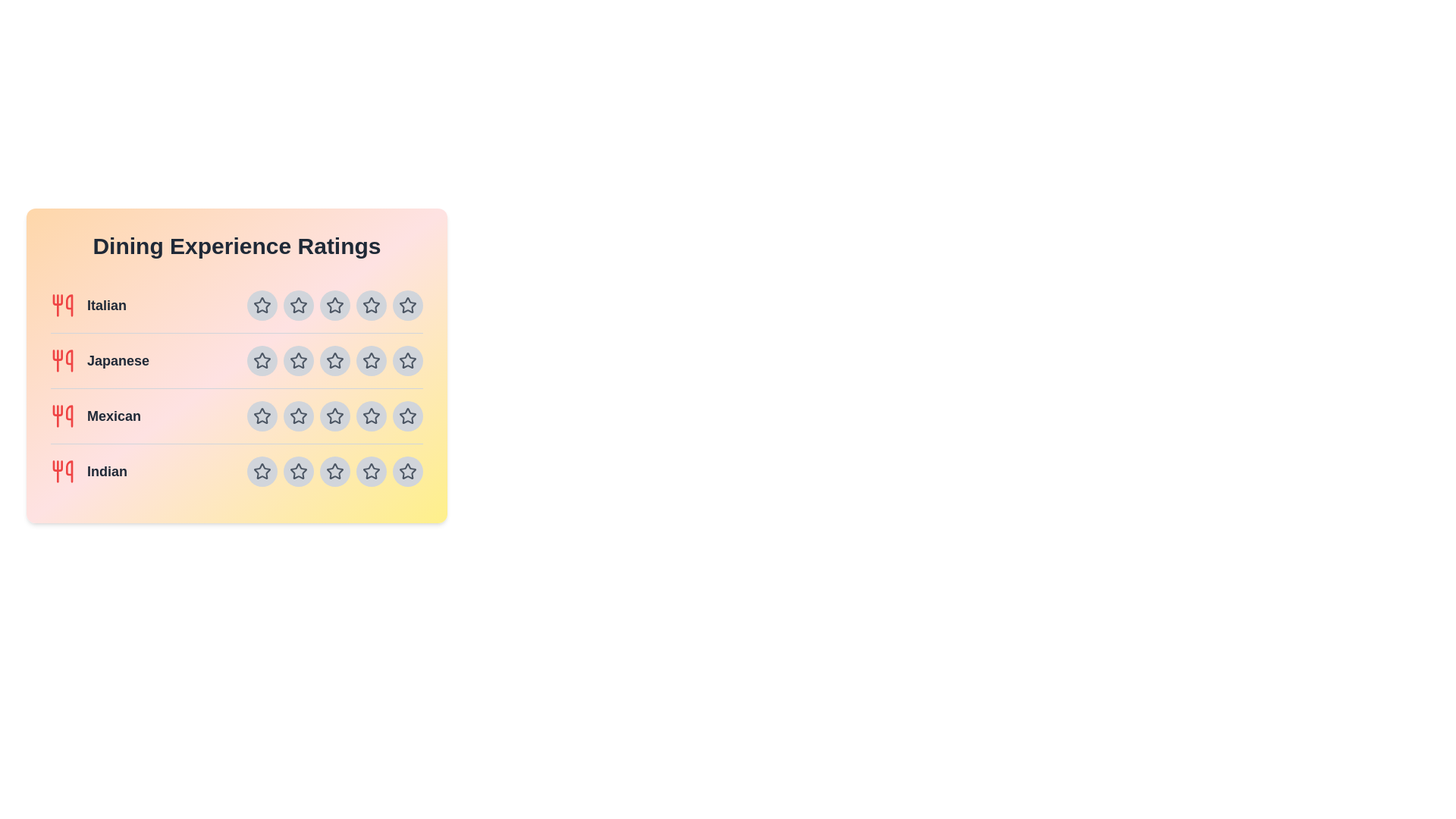  Describe the element at coordinates (61, 305) in the screenshot. I see `the utensils icon for the cuisine Italian` at that location.